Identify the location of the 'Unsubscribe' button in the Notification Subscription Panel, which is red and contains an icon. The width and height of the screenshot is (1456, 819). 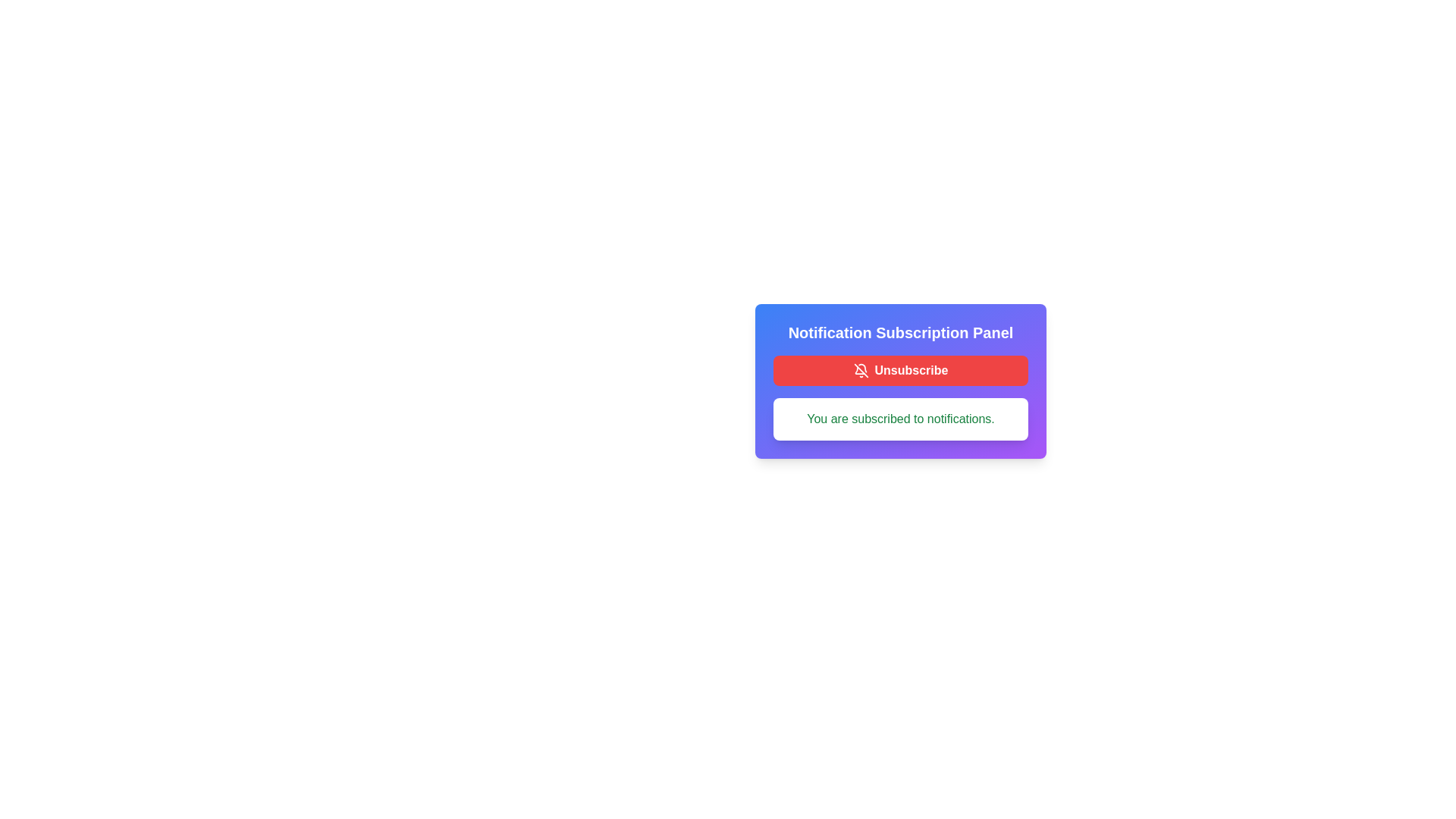
(901, 380).